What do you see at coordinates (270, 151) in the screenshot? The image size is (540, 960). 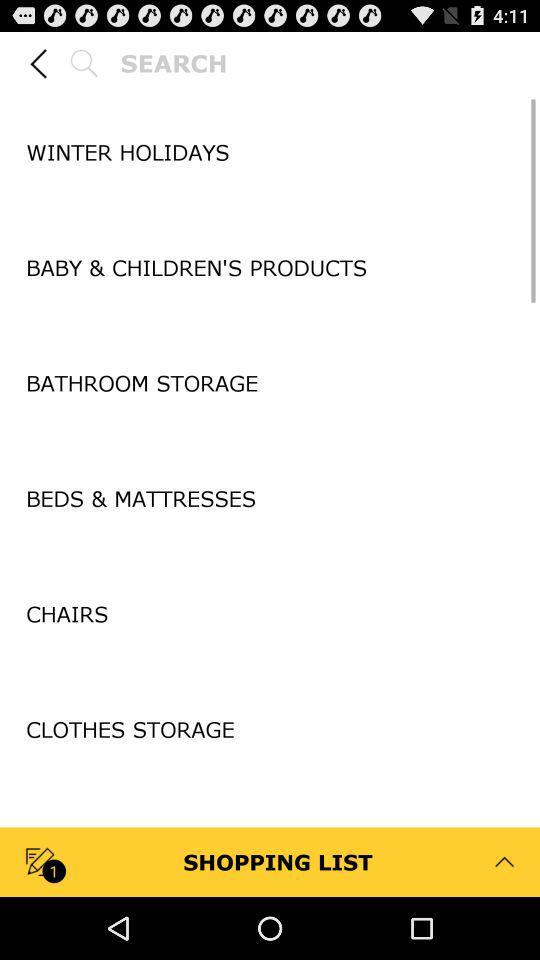 I see `winter holidays item` at bounding box center [270, 151].